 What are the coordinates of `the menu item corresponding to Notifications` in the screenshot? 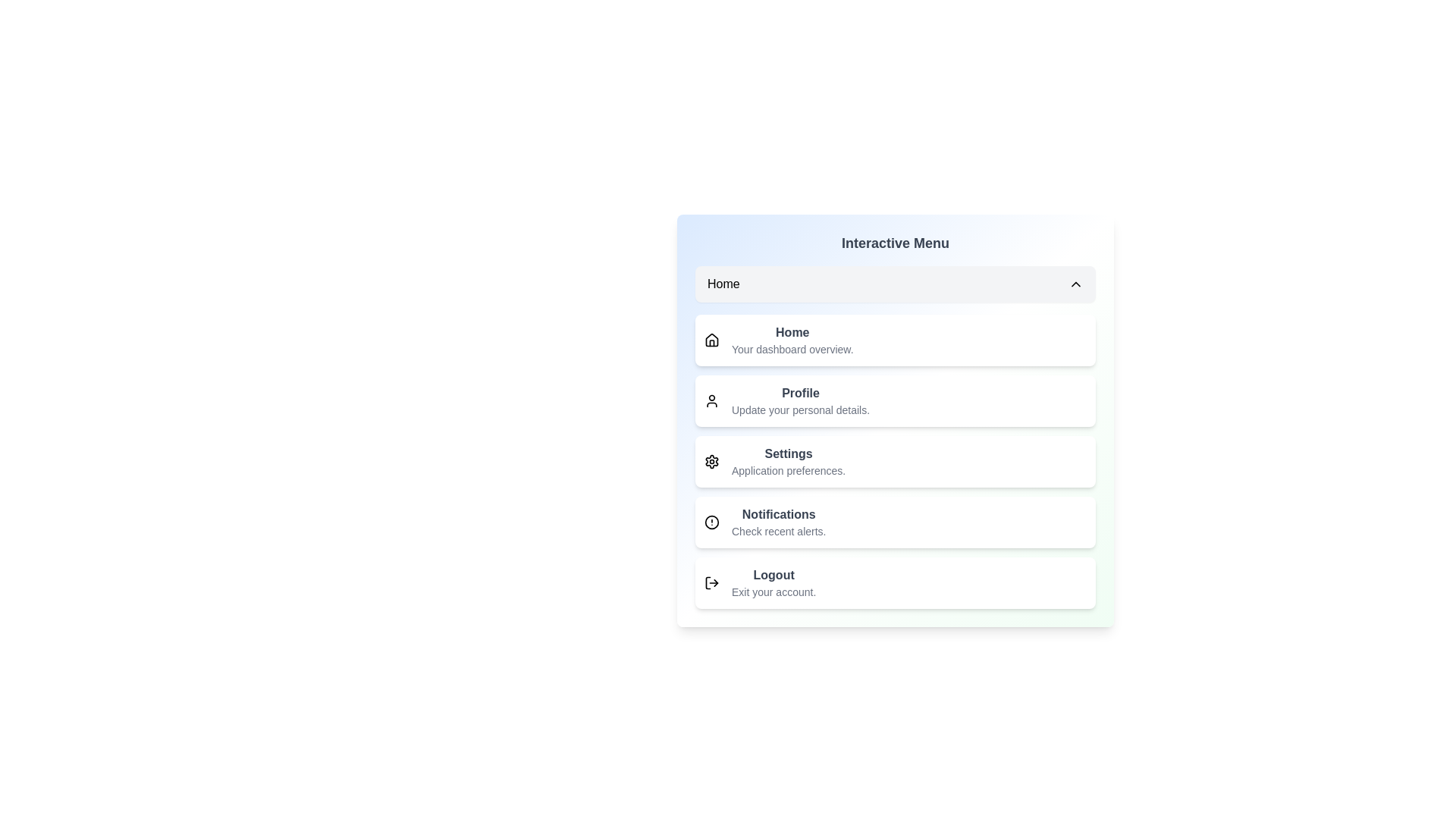 It's located at (895, 522).